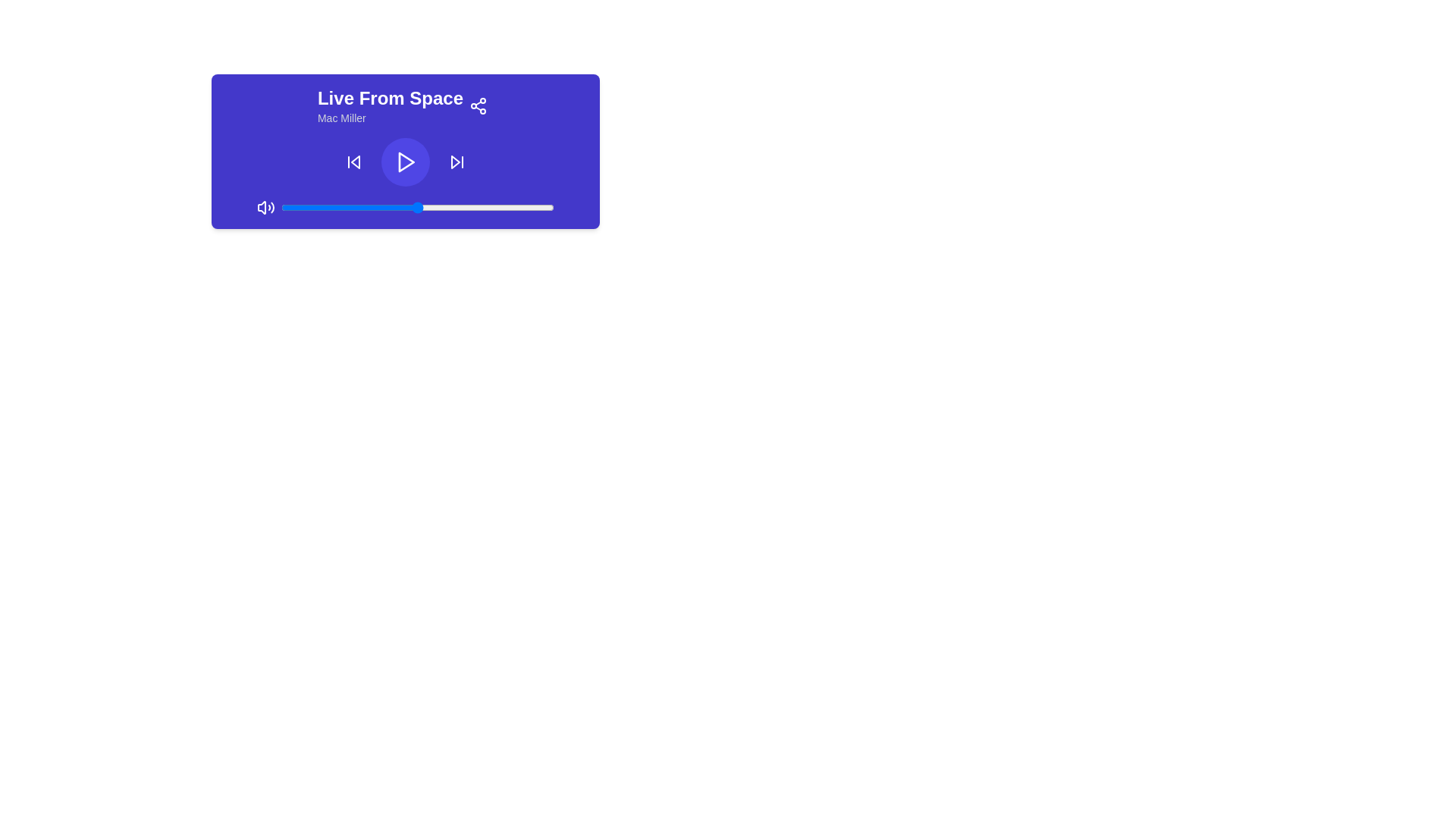 This screenshot has width=1456, height=819. What do you see at coordinates (324, 207) in the screenshot?
I see `the slider value` at bounding box center [324, 207].